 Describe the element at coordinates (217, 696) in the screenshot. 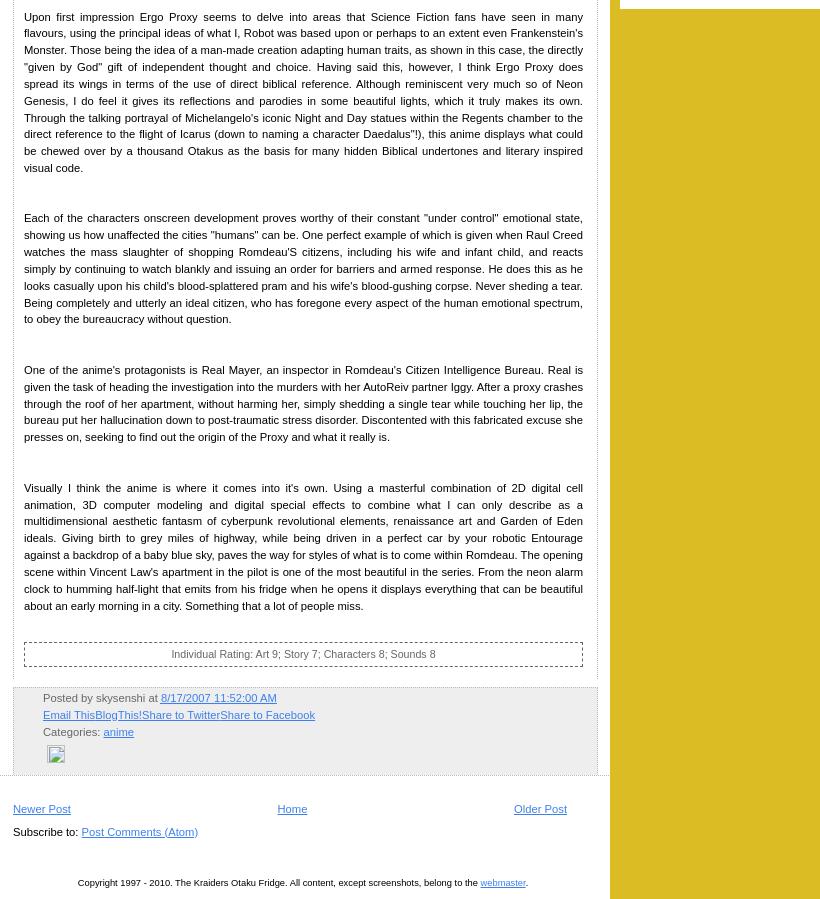

I see `'8/17/2007 11:52:00 AM'` at that location.